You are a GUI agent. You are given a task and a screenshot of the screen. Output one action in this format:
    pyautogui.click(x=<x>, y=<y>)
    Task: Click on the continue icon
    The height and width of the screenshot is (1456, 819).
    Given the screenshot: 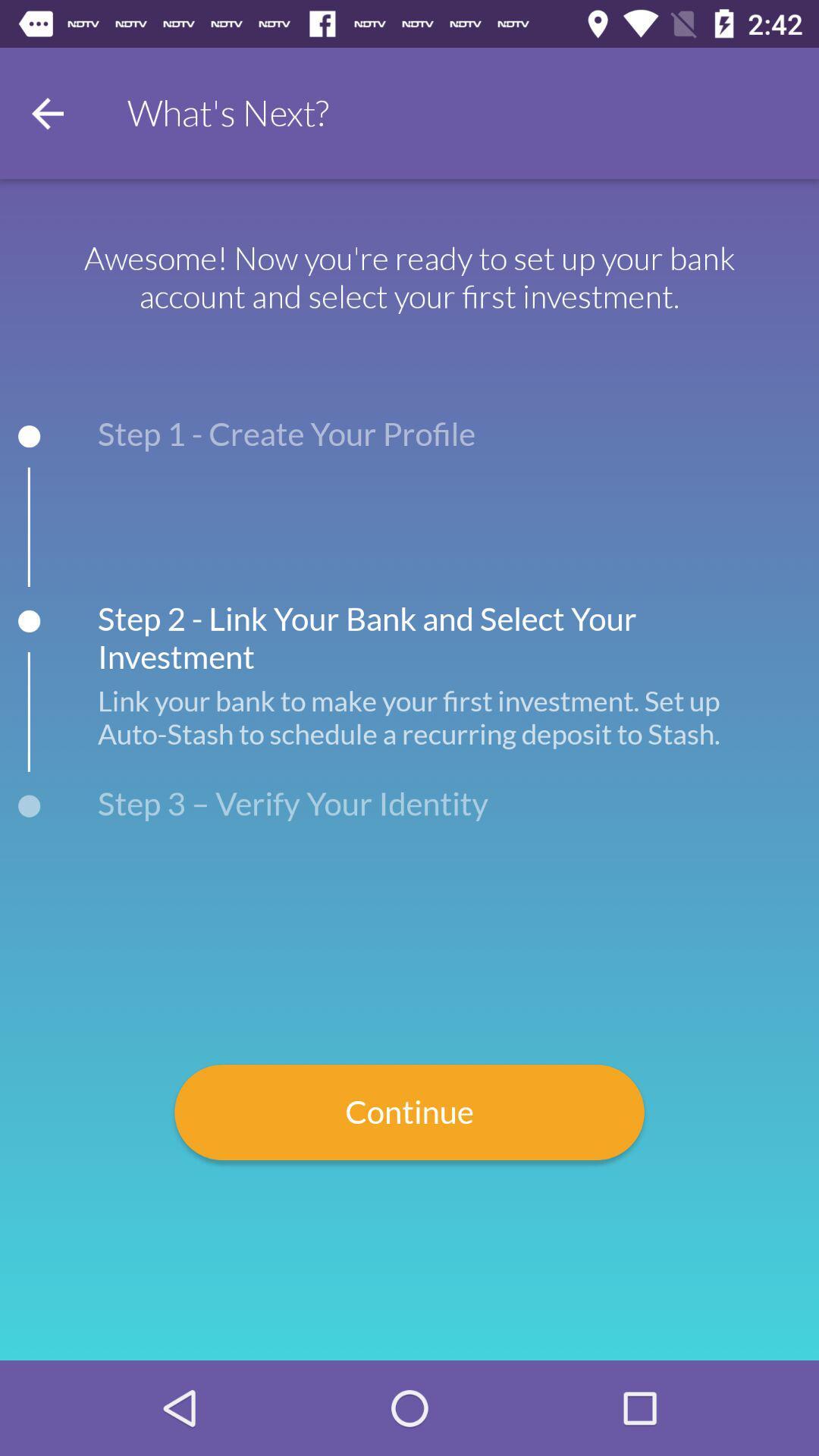 What is the action you would take?
    pyautogui.click(x=409, y=1112)
    